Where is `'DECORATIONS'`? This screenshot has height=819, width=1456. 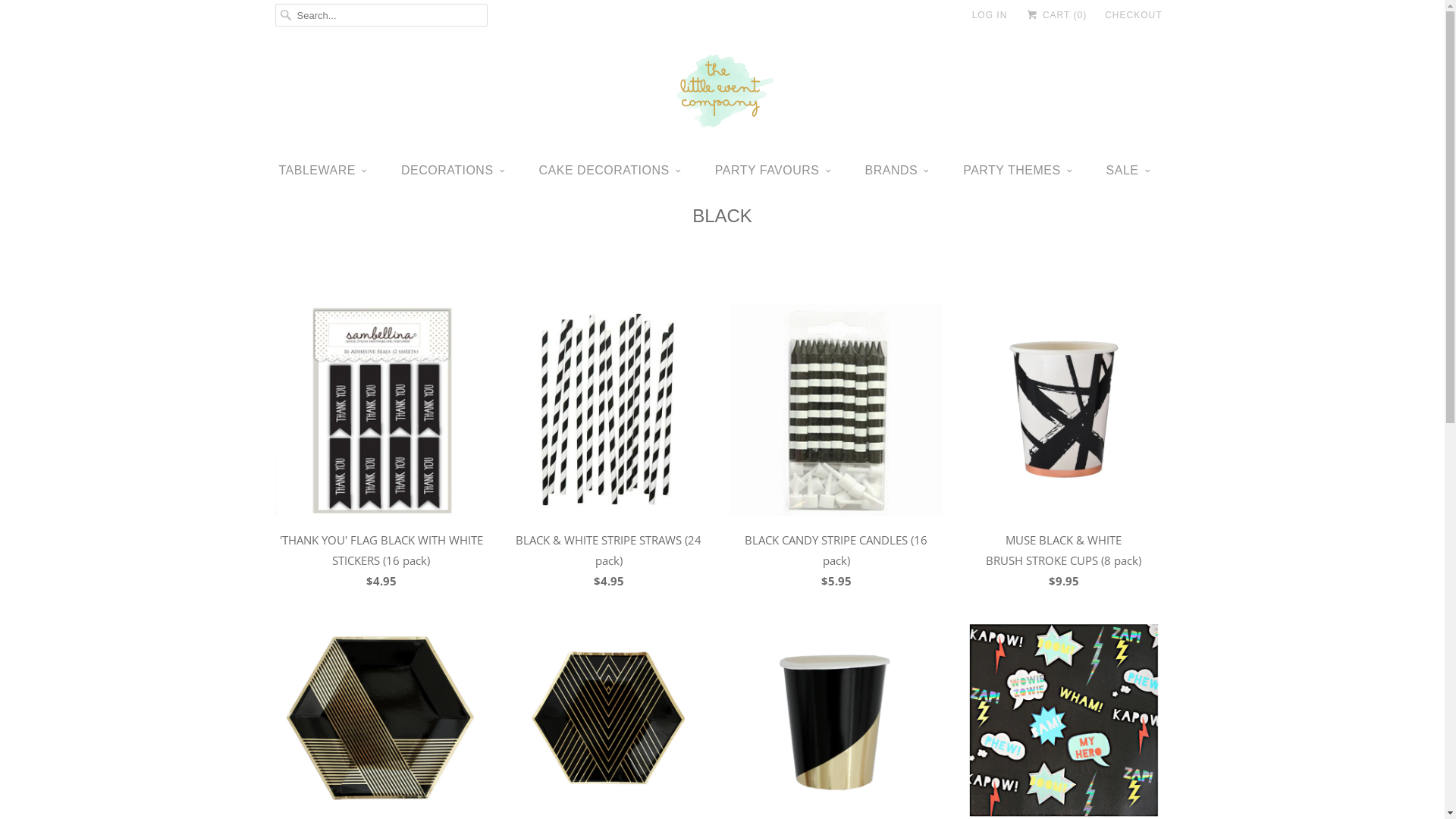 'DECORATIONS' is located at coordinates (453, 171).